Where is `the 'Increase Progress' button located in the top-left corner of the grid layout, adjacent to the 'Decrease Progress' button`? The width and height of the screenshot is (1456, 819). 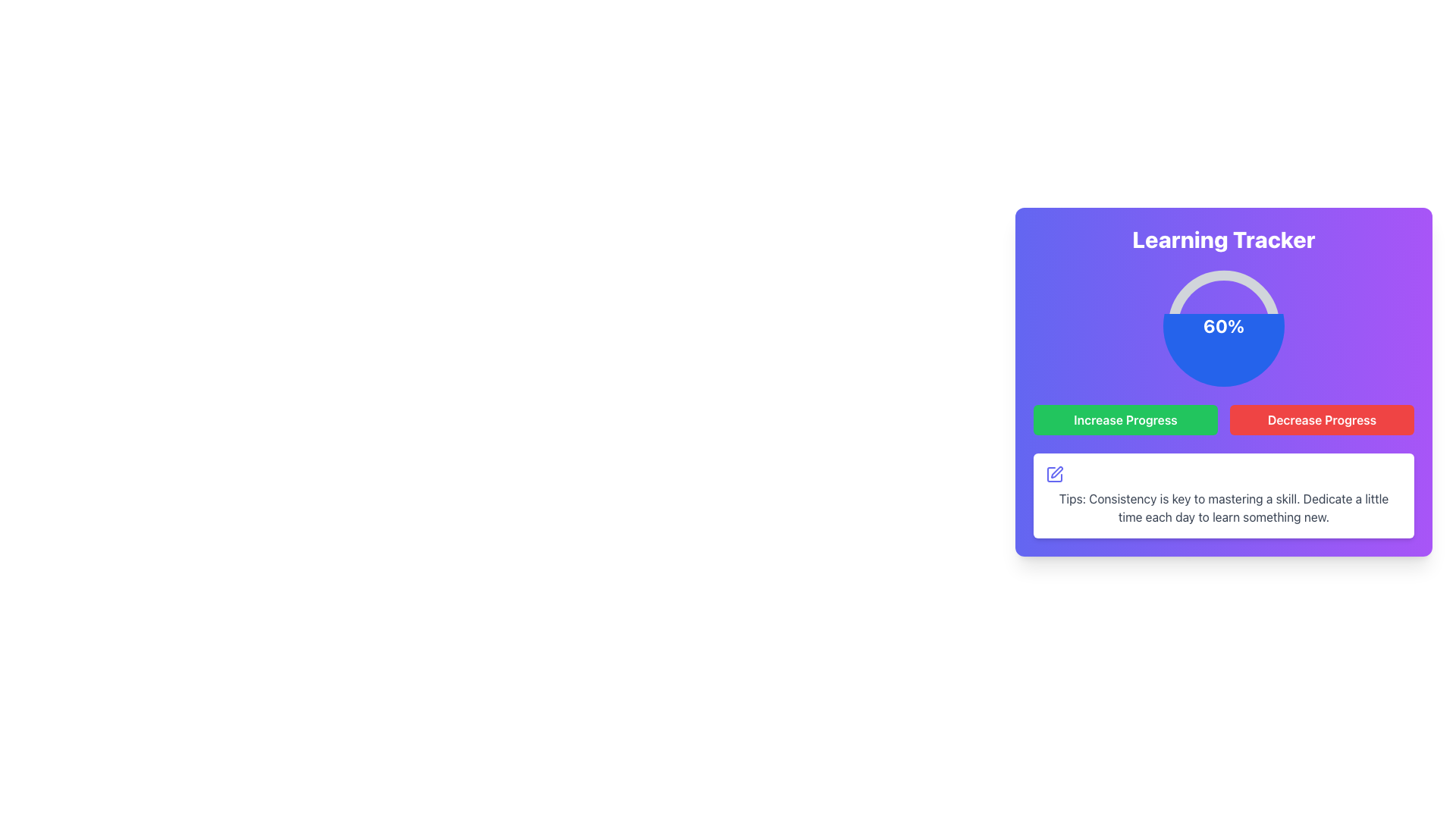
the 'Increase Progress' button located in the top-left corner of the grid layout, adjacent to the 'Decrease Progress' button is located at coordinates (1125, 420).